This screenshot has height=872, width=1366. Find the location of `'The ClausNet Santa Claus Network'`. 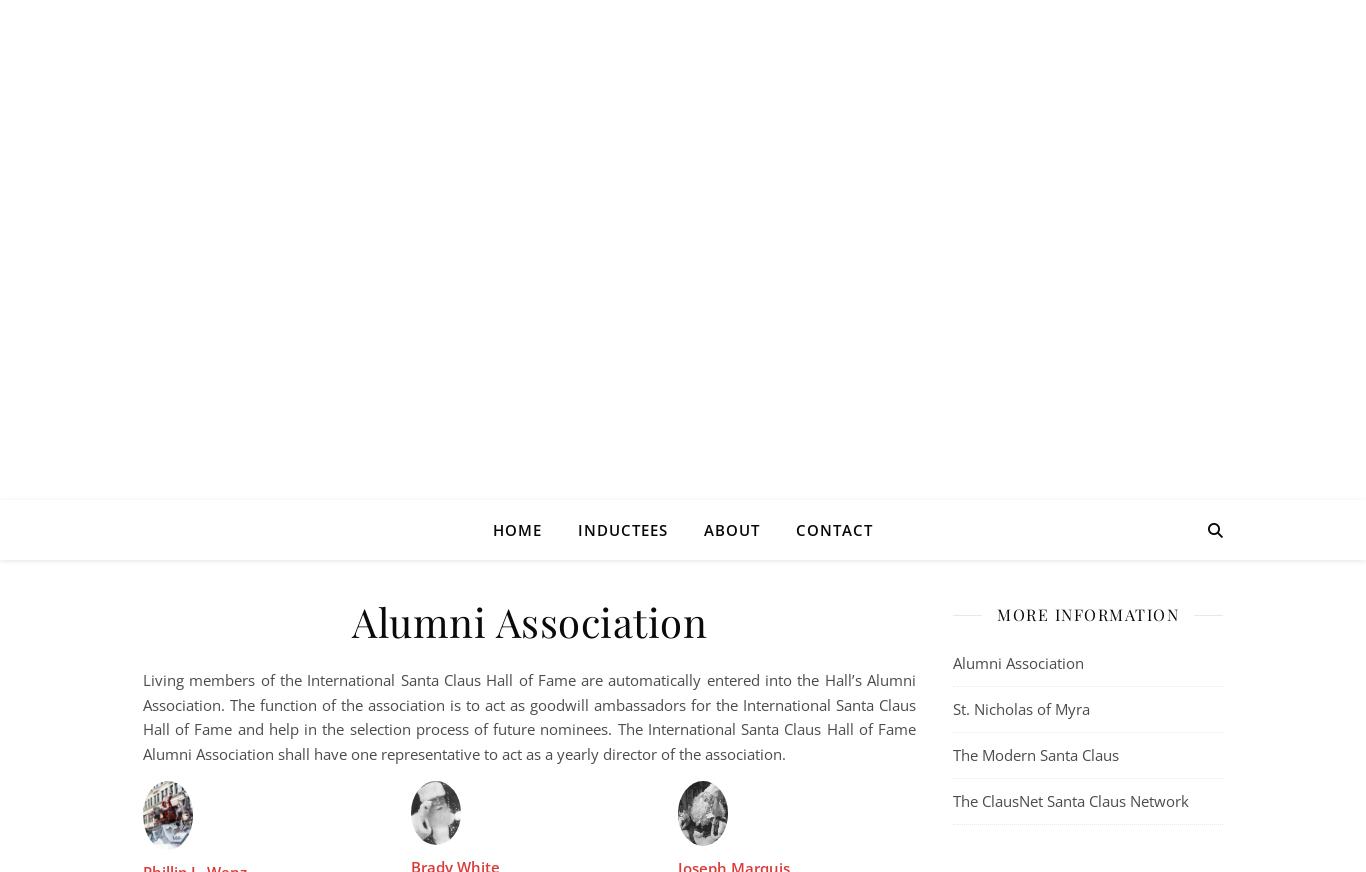

'The ClausNet Santa Claus Network' is located at coordinates (1069, 801).